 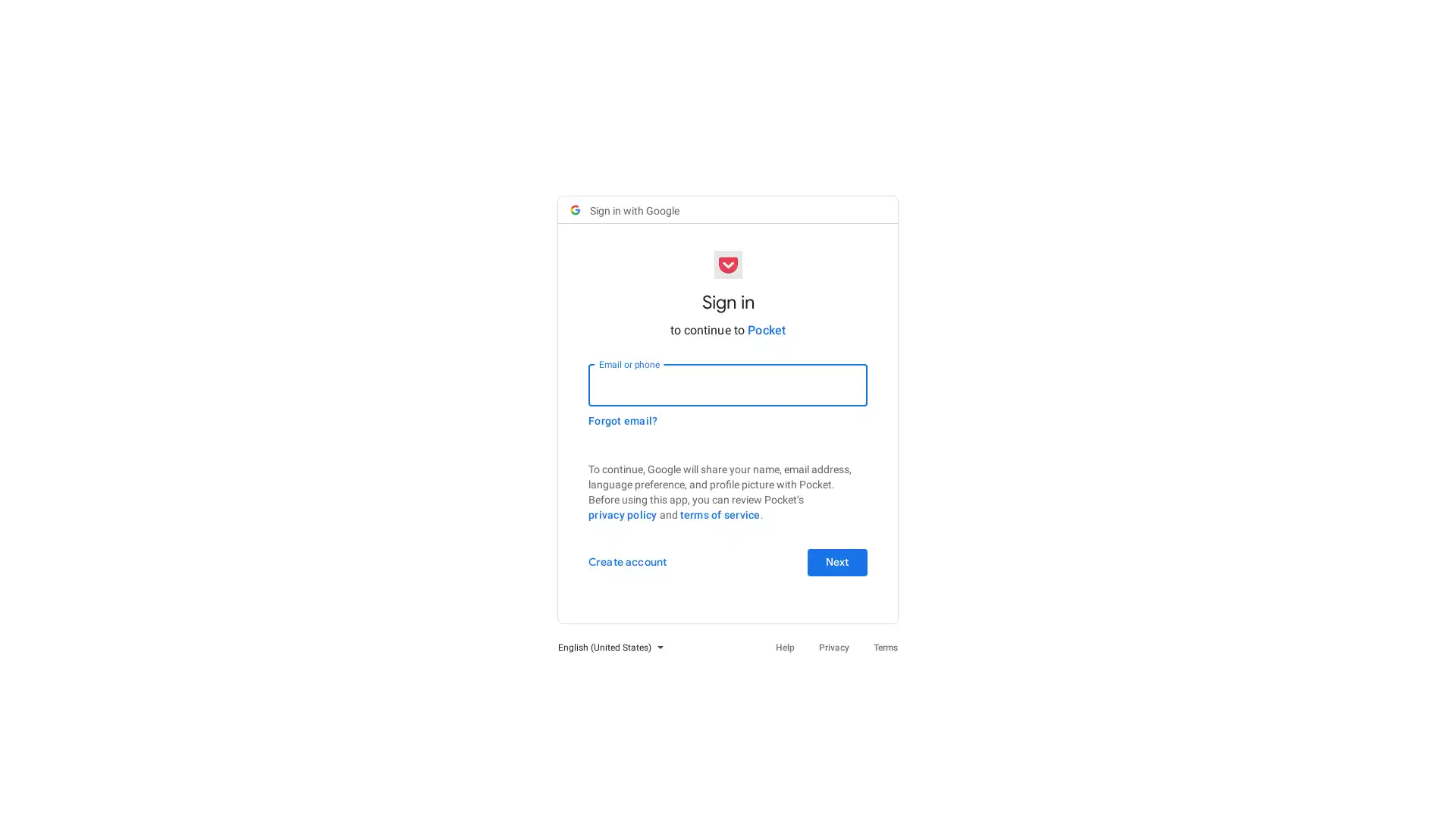 What do you see at coordinates (767, 328) in the screenshot?
I see `Pocket` at bounding box center [767, 328].